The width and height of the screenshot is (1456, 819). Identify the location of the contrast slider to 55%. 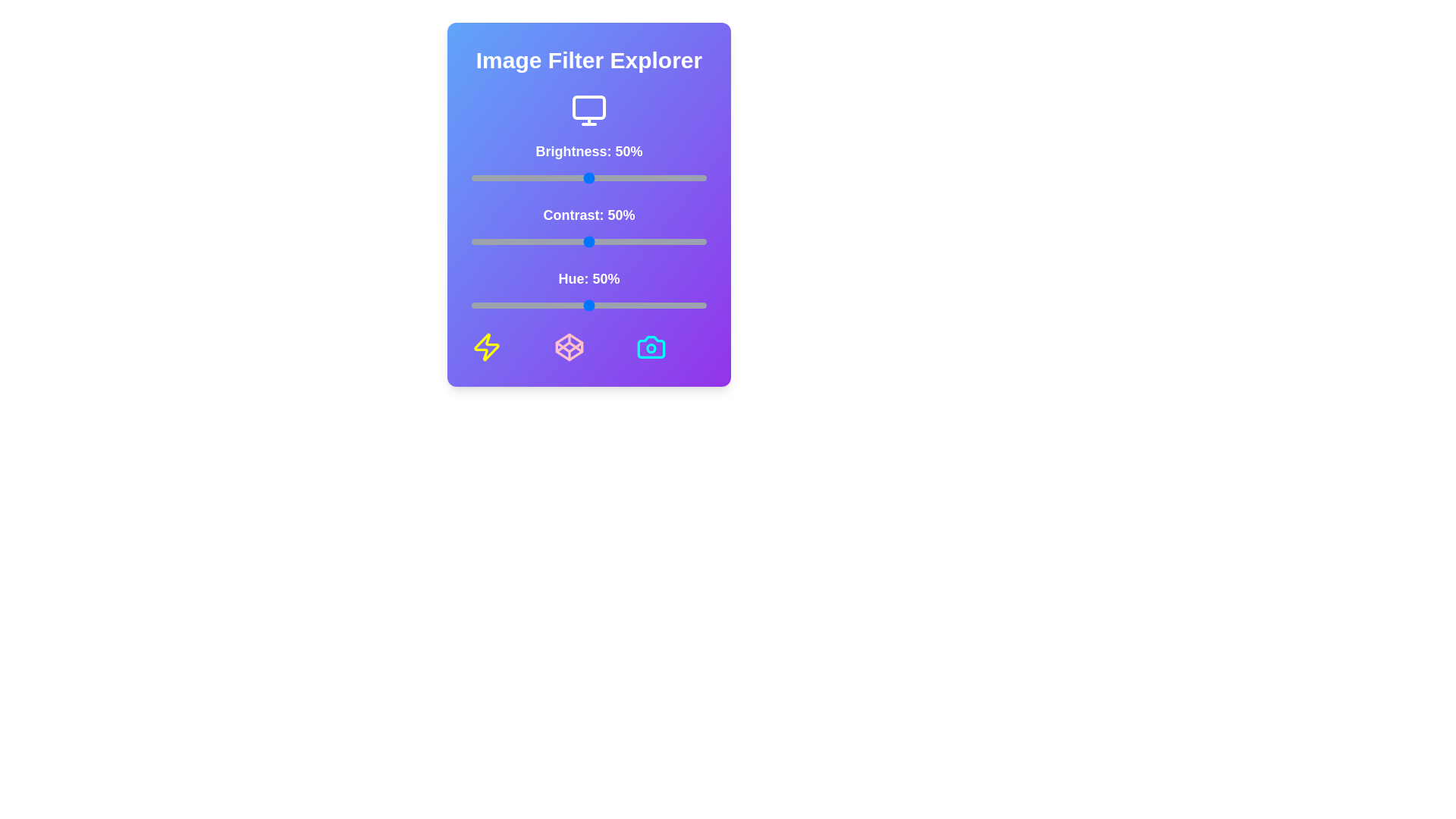
(600, 241).